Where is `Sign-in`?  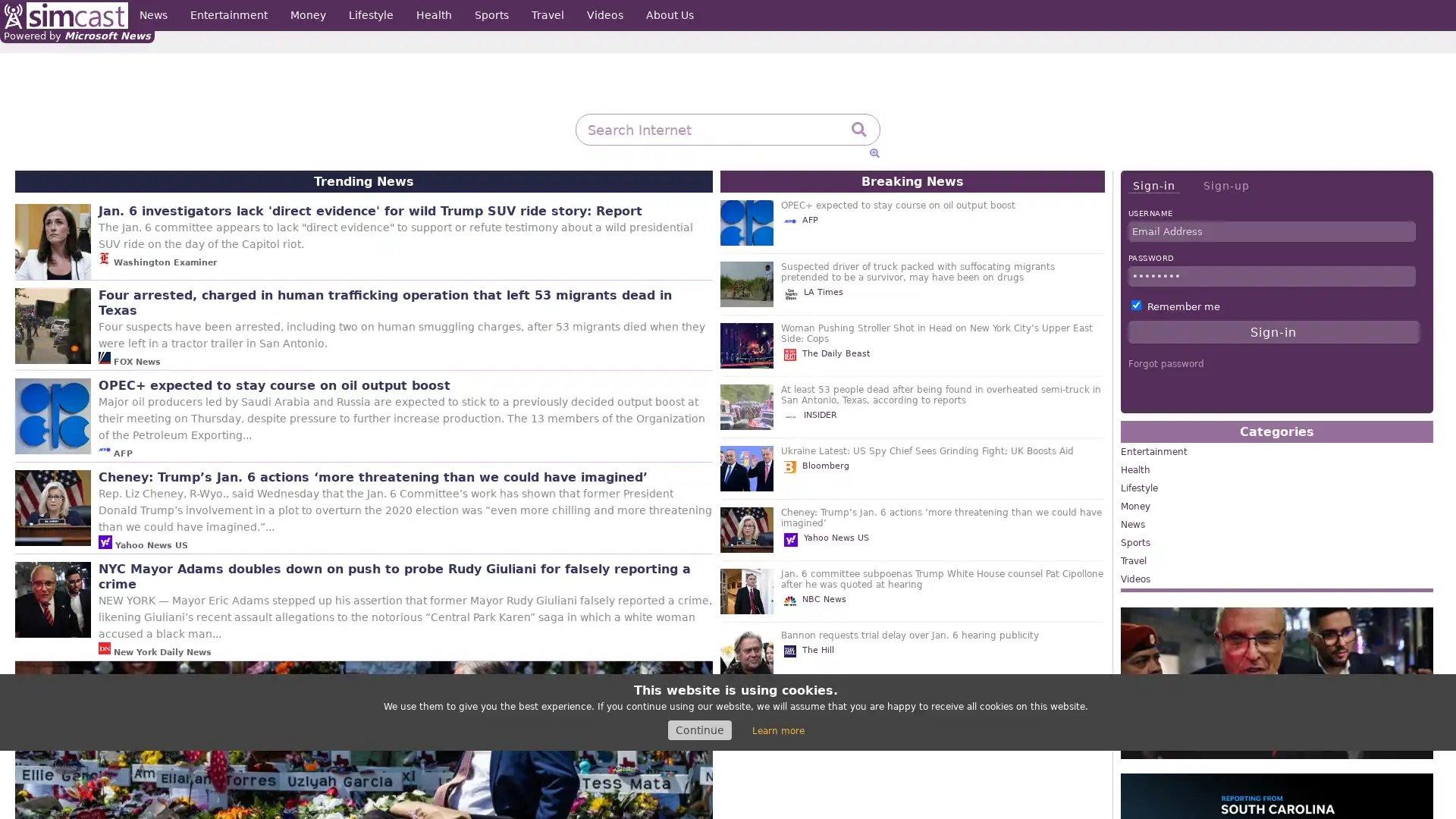 Sign-in is located at coordinates (1273, 331).